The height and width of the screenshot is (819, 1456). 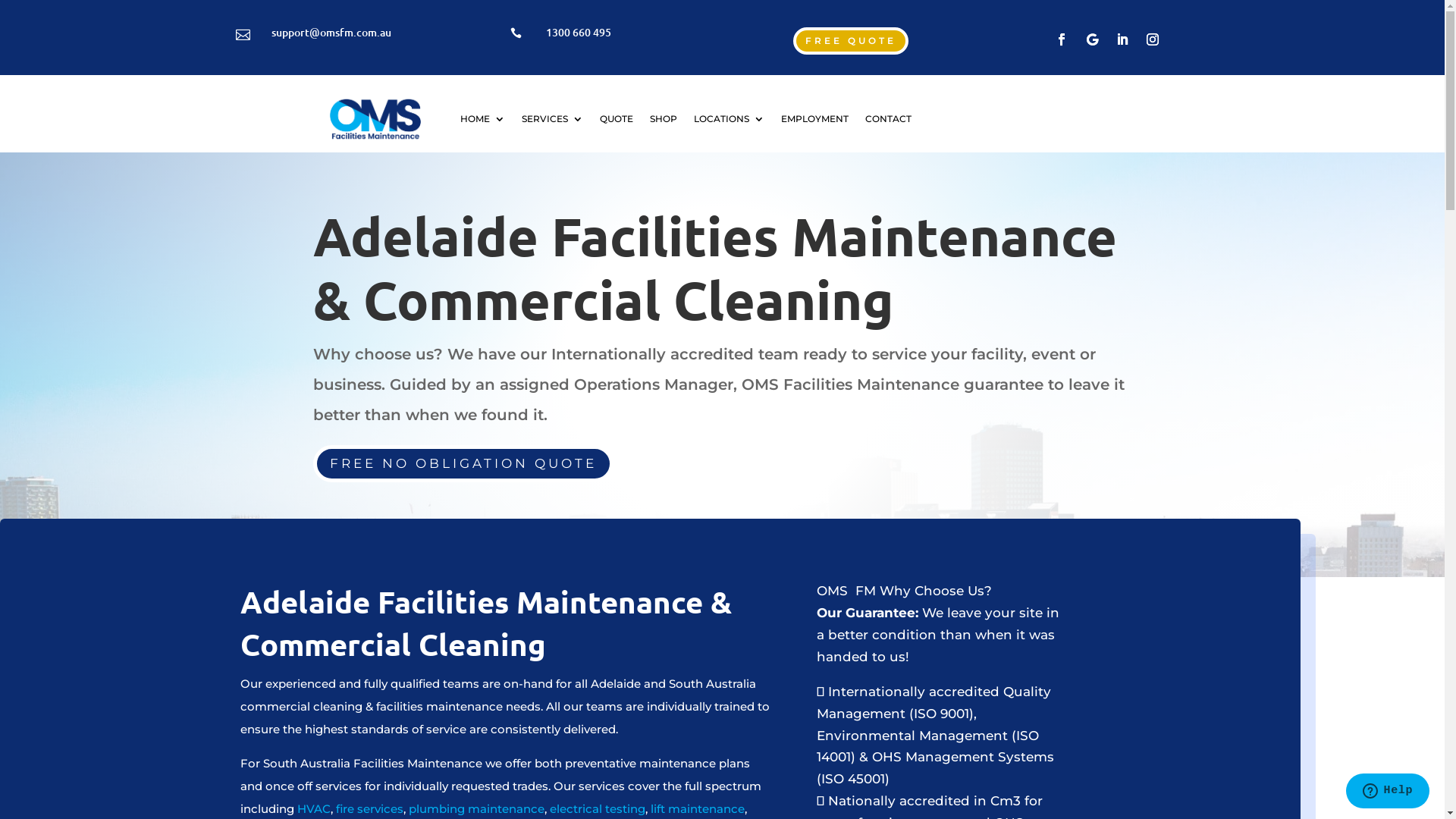 I want to click on 'support@omsfm.com.au', so click(x=330, y=32).